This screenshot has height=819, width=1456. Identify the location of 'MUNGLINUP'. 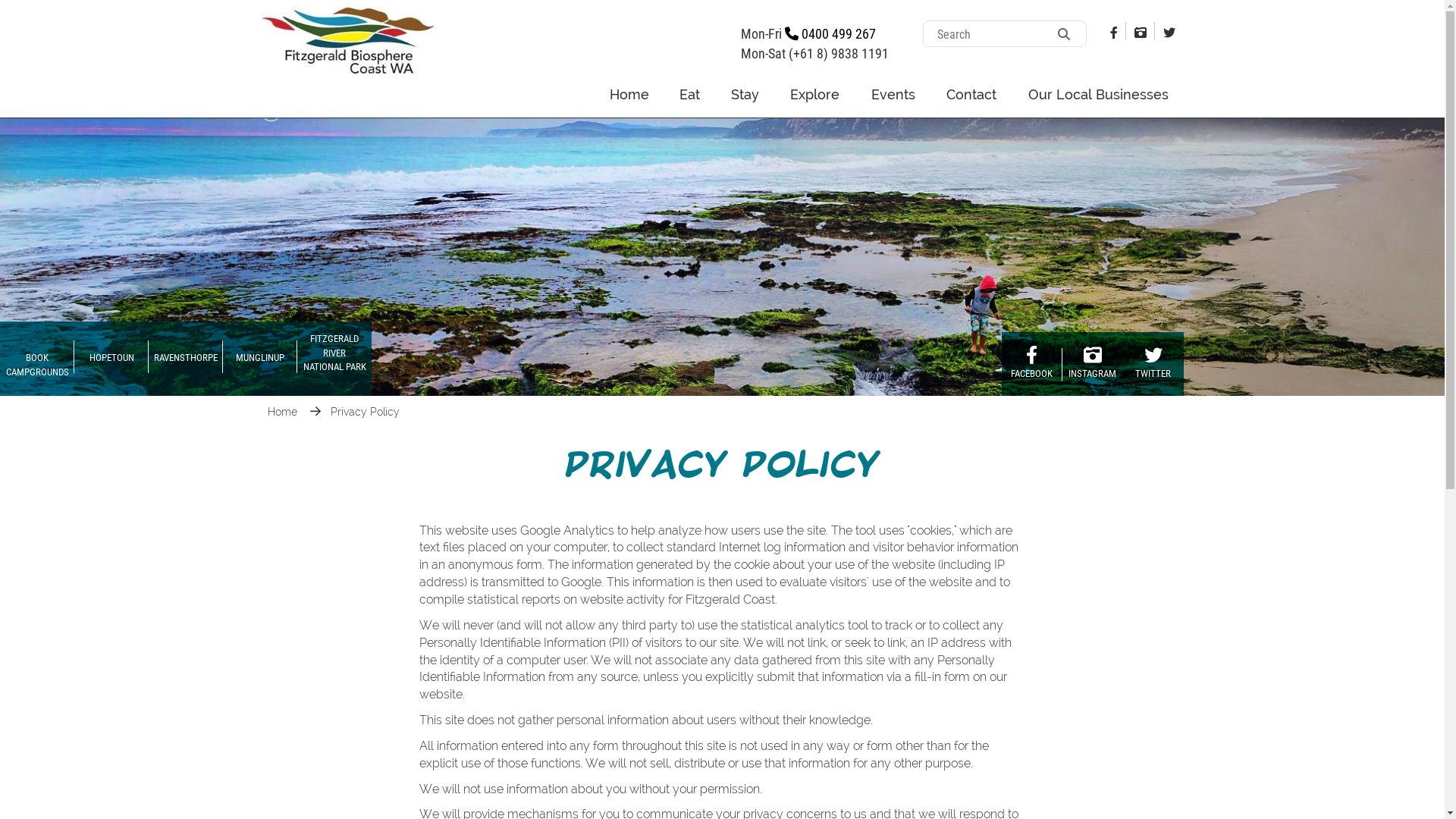
(259, 359).